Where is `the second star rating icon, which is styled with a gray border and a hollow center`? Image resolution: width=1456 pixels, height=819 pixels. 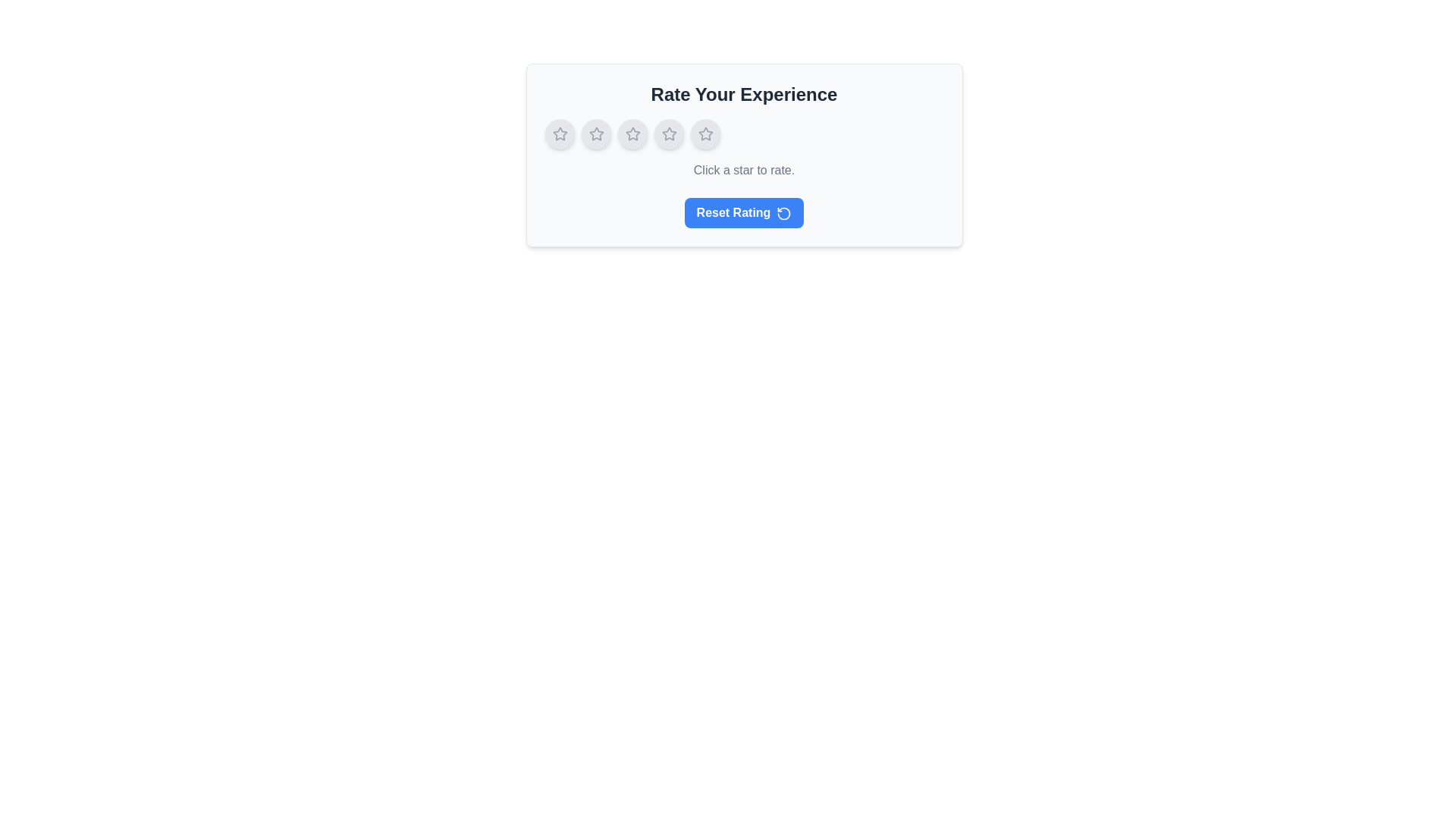 the second star rating icon, which is styled with a gray border and a hollow center is located at coordinates (632, 133).